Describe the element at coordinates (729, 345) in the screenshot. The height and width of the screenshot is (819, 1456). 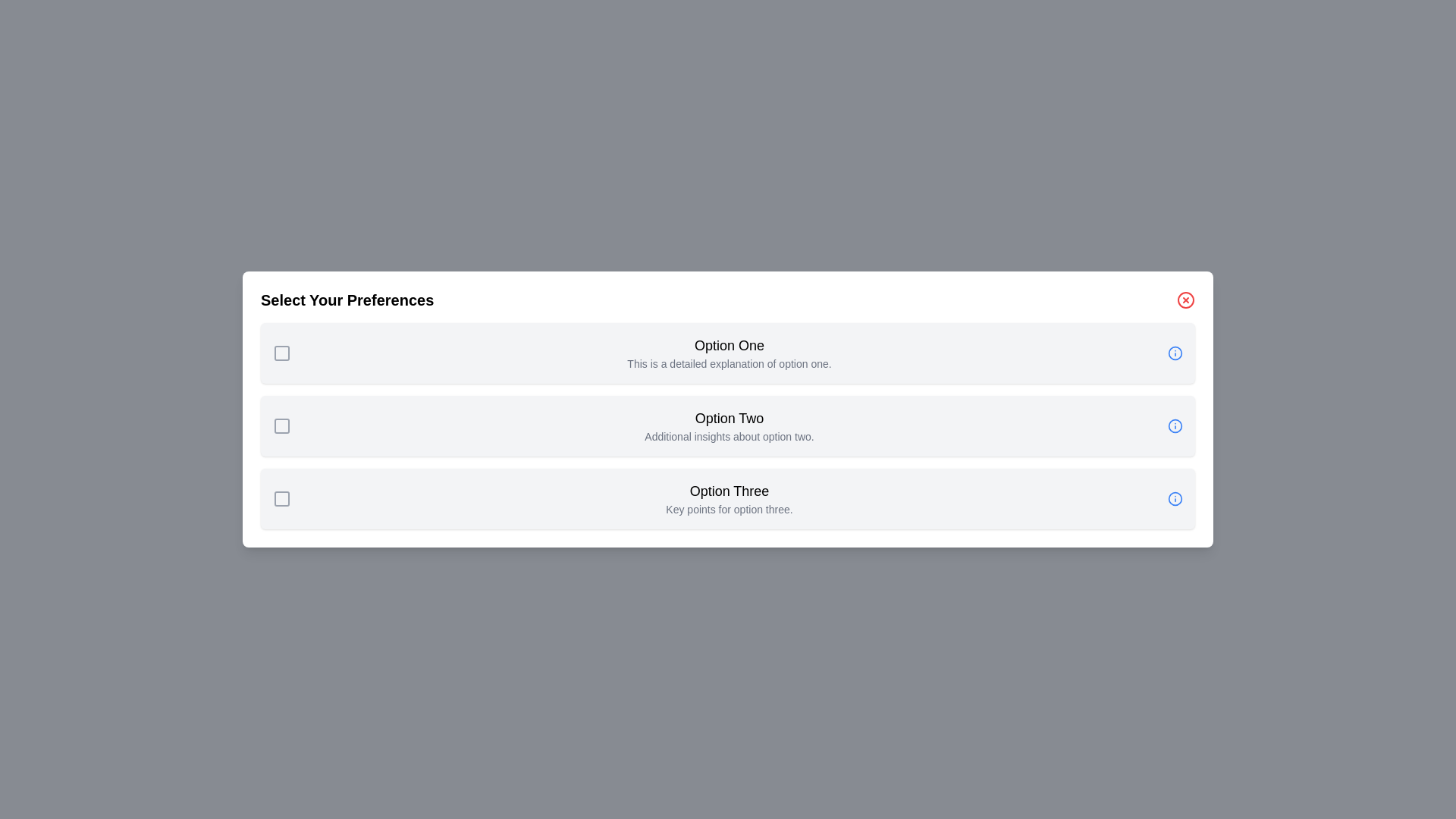
I see `the static text label that serves as the title for the first option in the list, positioned at the top of the first option block` at that location.